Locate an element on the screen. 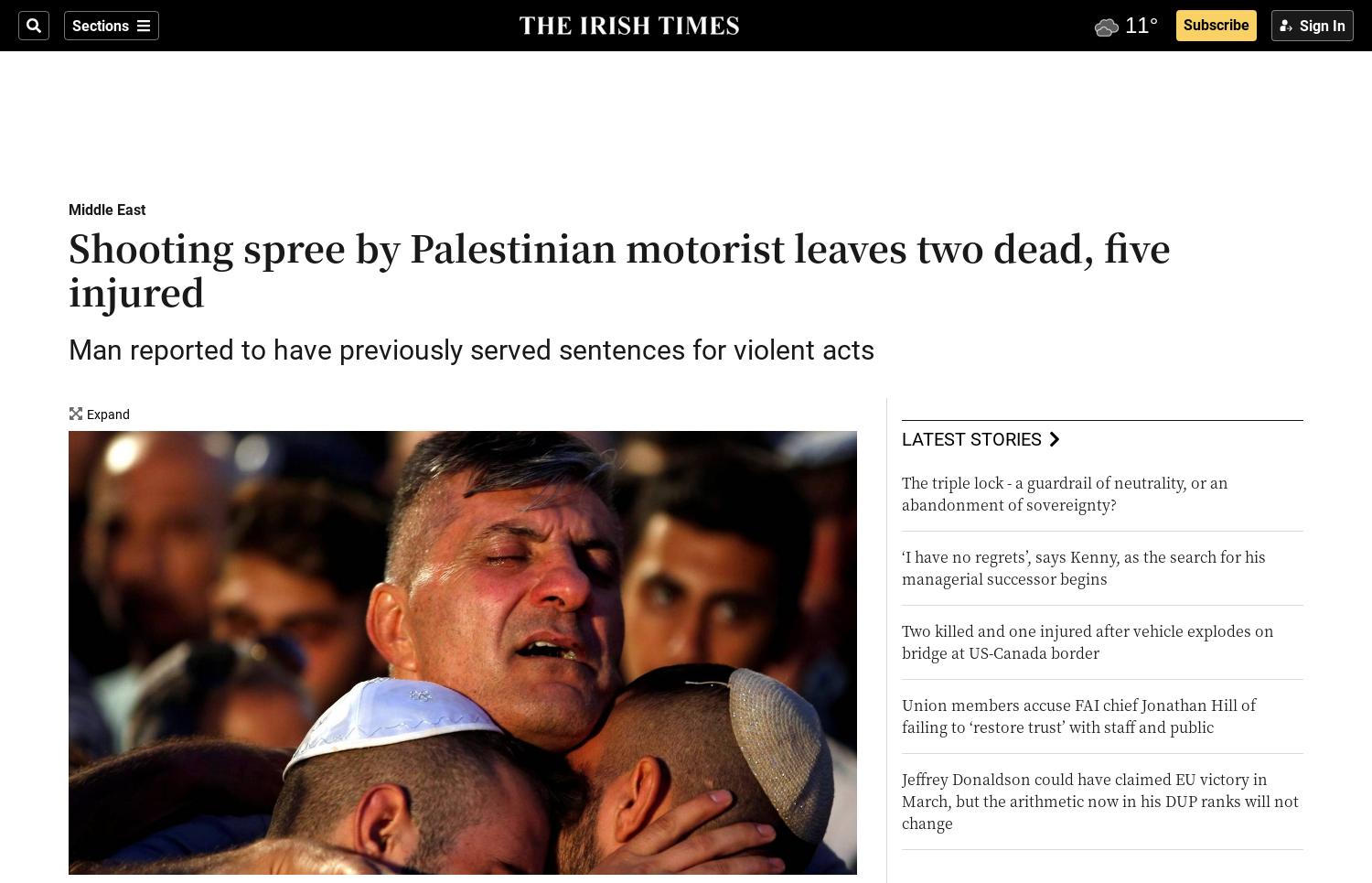 The width and height of the screenshot is (1372, 883). 'LATEST STORIES' is located at coordinates (970, 437).